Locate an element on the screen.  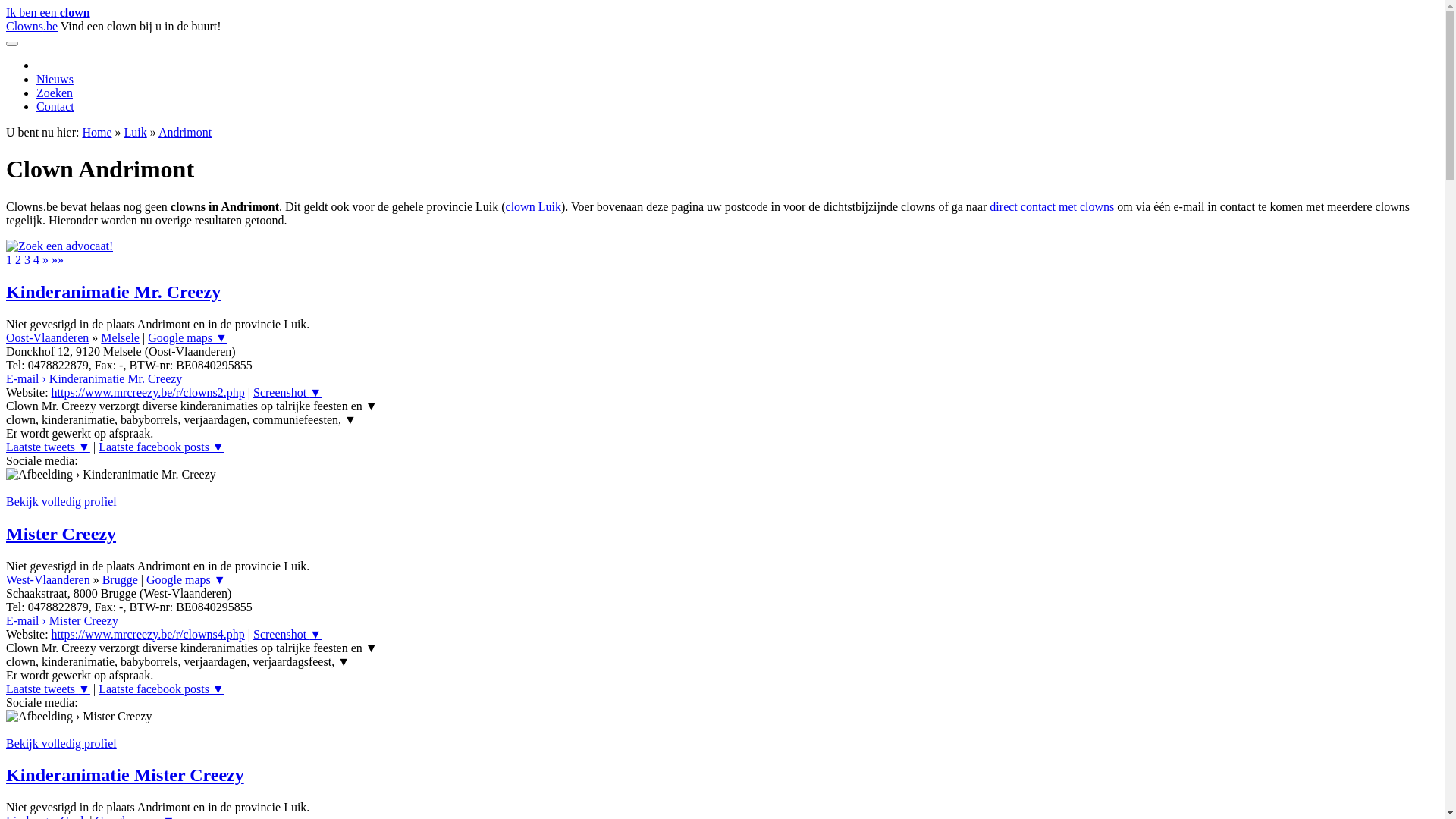
'Brugge' is located at coordinates (119, 579).